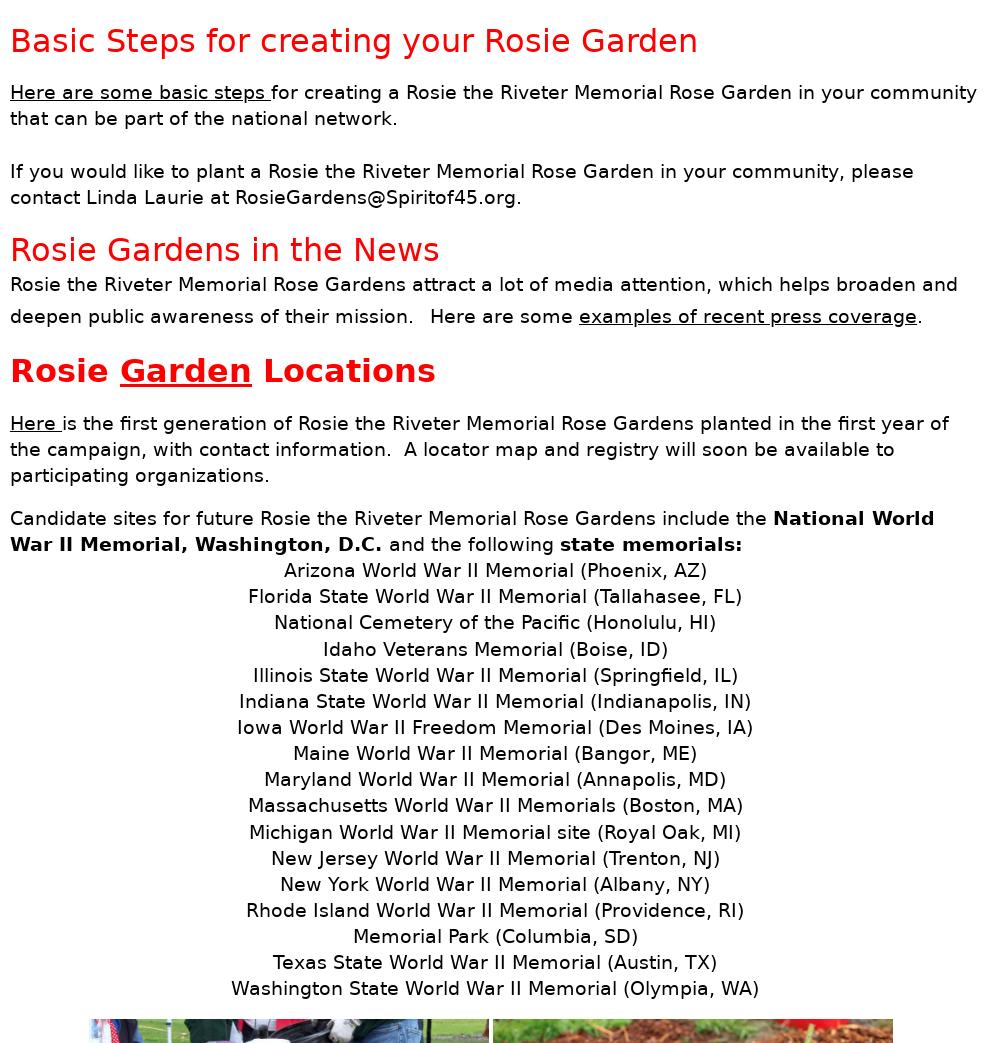 Image resolution: width=990 pixels, height=1043 pixels. What do you see at coordinates (493, 105) in the screenshot?
I see `'for creating a Rosie the Riveter Memorial Rose Garden in your community that can be part of the national network.'` at bounding box center [493, 105].